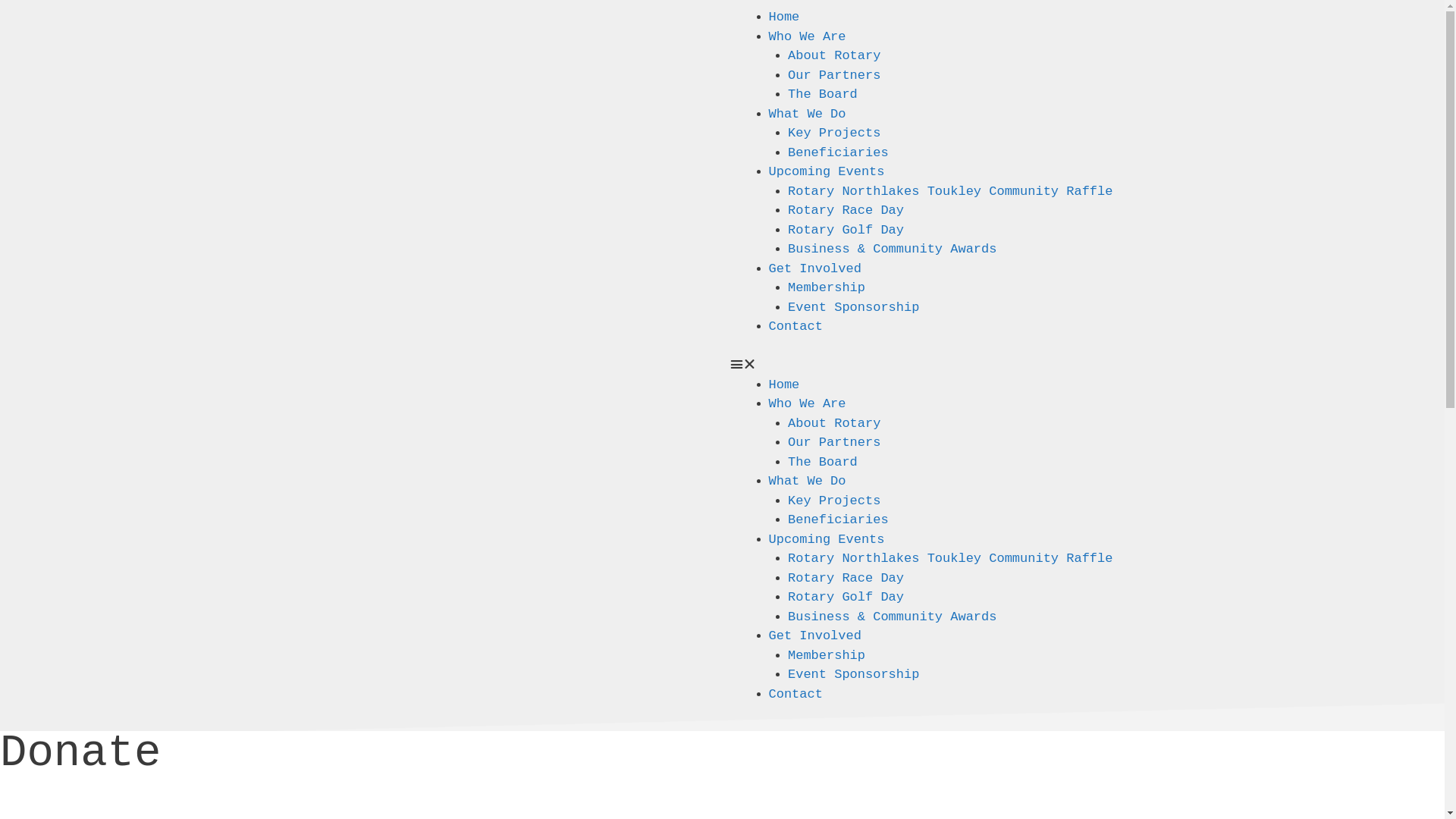  Describe the element at coordinates (807, 112) in the screenshot. I see `'What We Do'` at that location.